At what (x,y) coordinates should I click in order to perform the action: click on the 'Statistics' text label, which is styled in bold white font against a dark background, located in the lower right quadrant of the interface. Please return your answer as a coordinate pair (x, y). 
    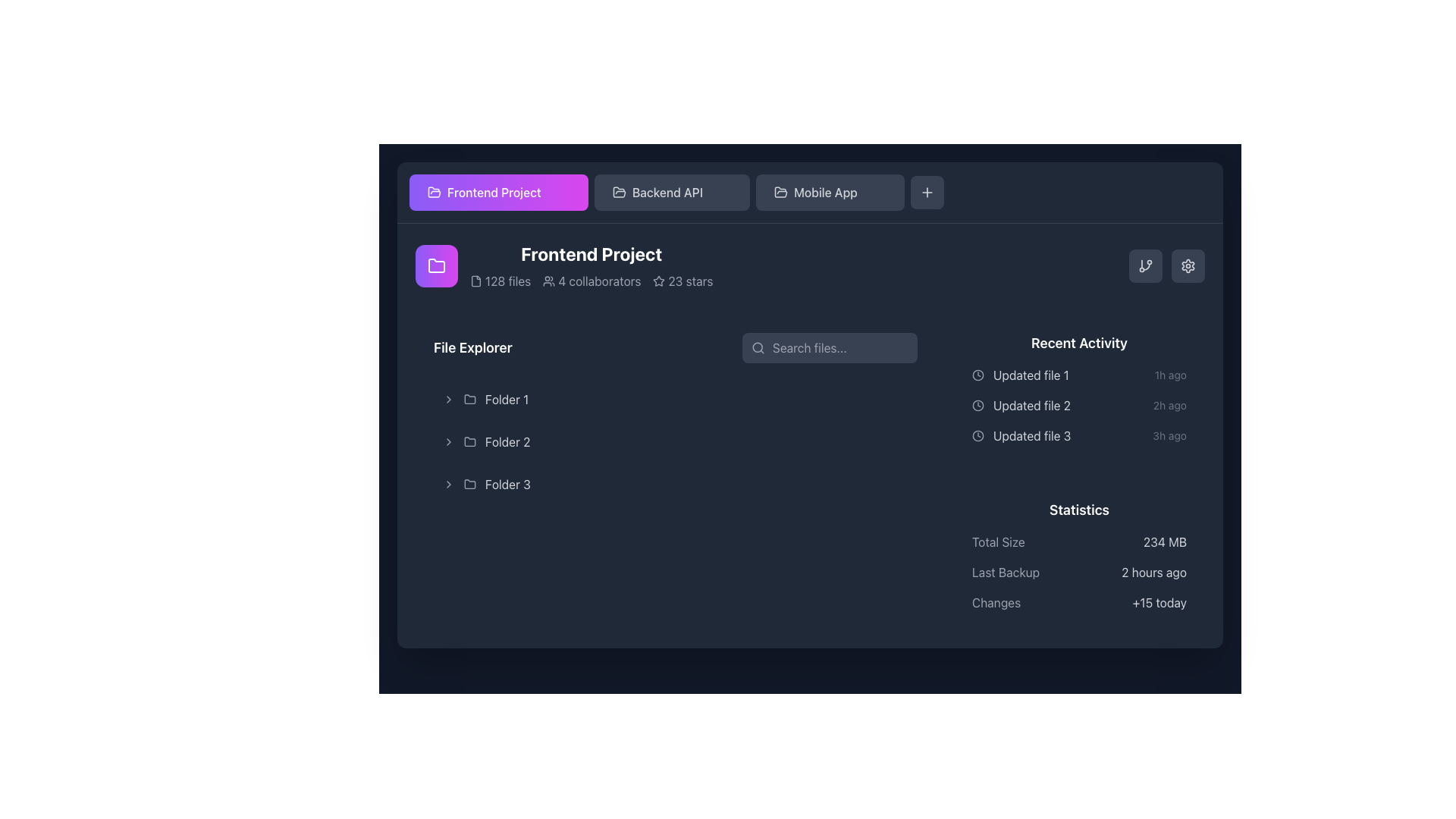
    Looking at the image, I should click on (1078, 510).